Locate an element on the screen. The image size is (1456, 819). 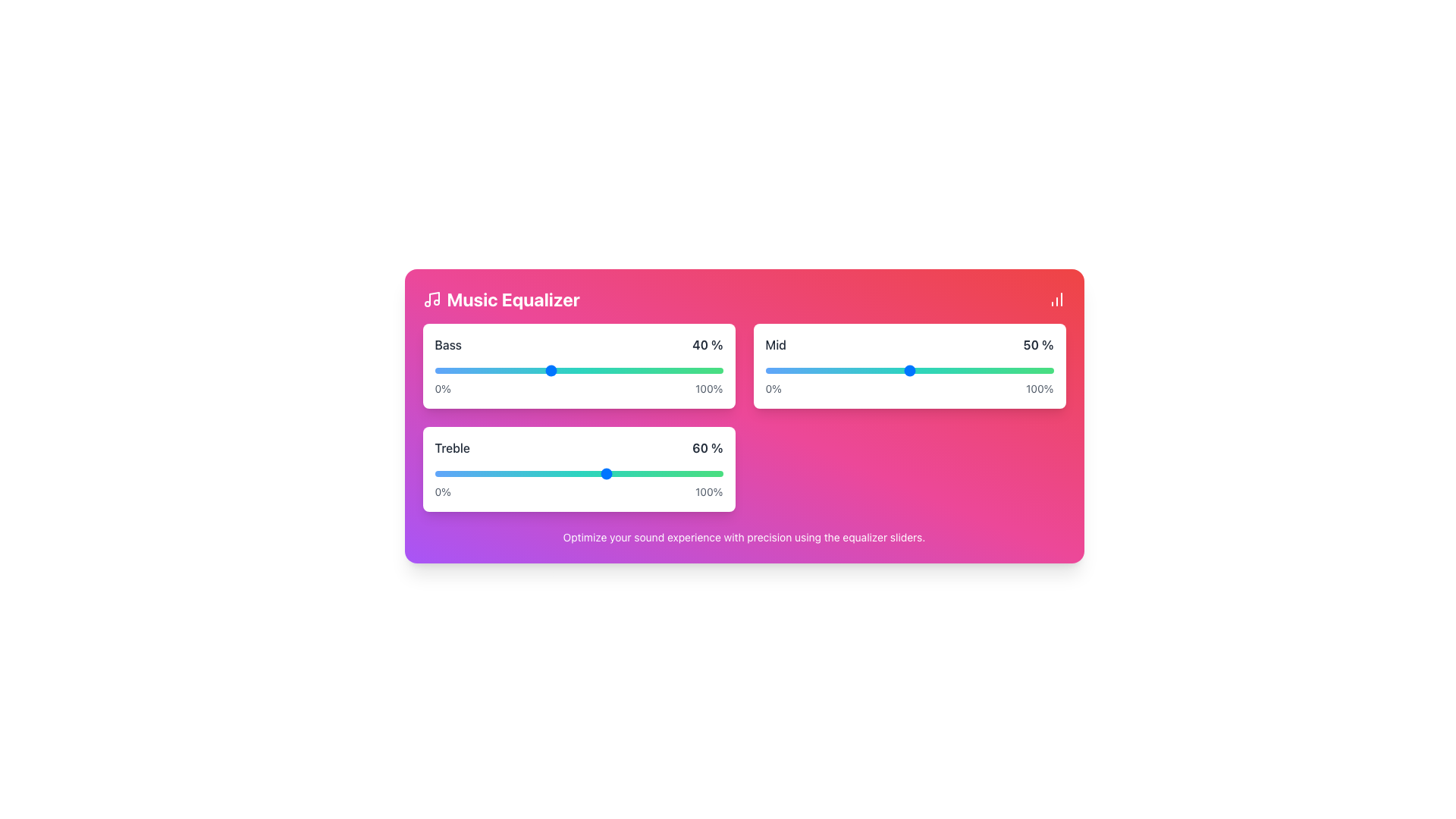
the static text label displaying '0%', which is part of the Treble equalizer slider interface, positioned below the Bass slider is located at coordinates (442, 491).